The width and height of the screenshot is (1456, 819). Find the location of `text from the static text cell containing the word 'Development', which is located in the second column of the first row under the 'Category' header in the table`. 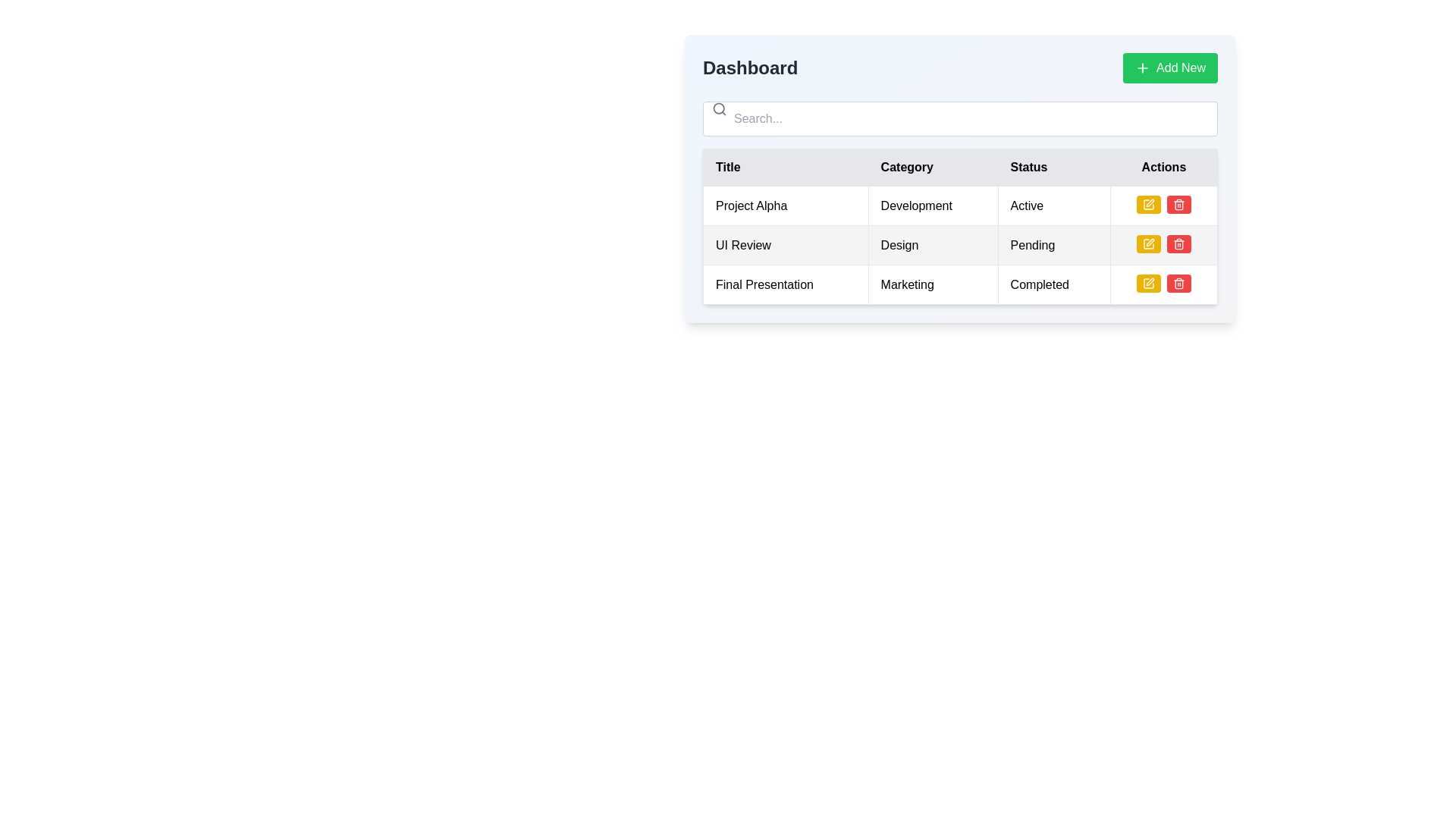

text from the static text cell containing the word 'Development', which is located in the second column of the first row under the 'Category' header in the table is located at coordinates (932, 206).